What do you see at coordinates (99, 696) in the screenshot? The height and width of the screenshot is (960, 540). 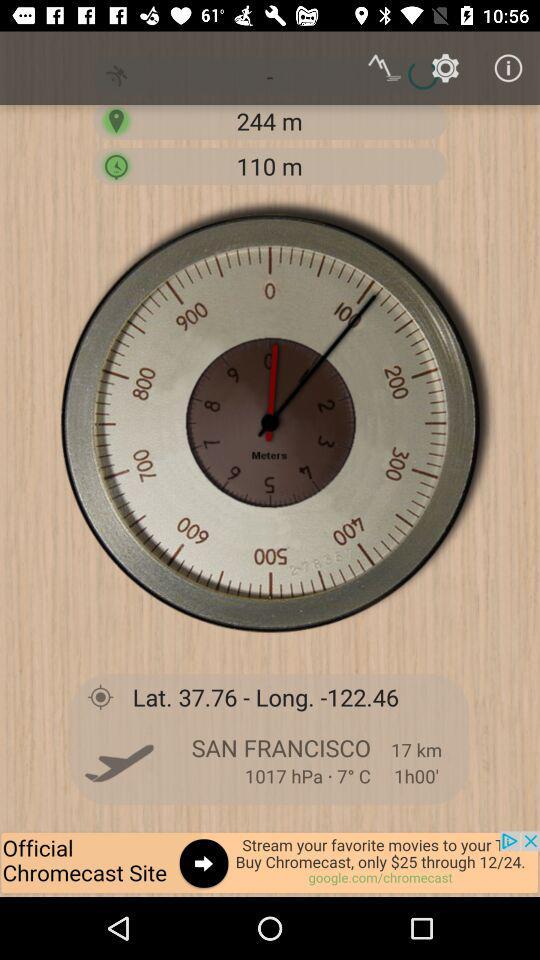 I see `longitude and latitude symbol` at bounding box center [99, 696].